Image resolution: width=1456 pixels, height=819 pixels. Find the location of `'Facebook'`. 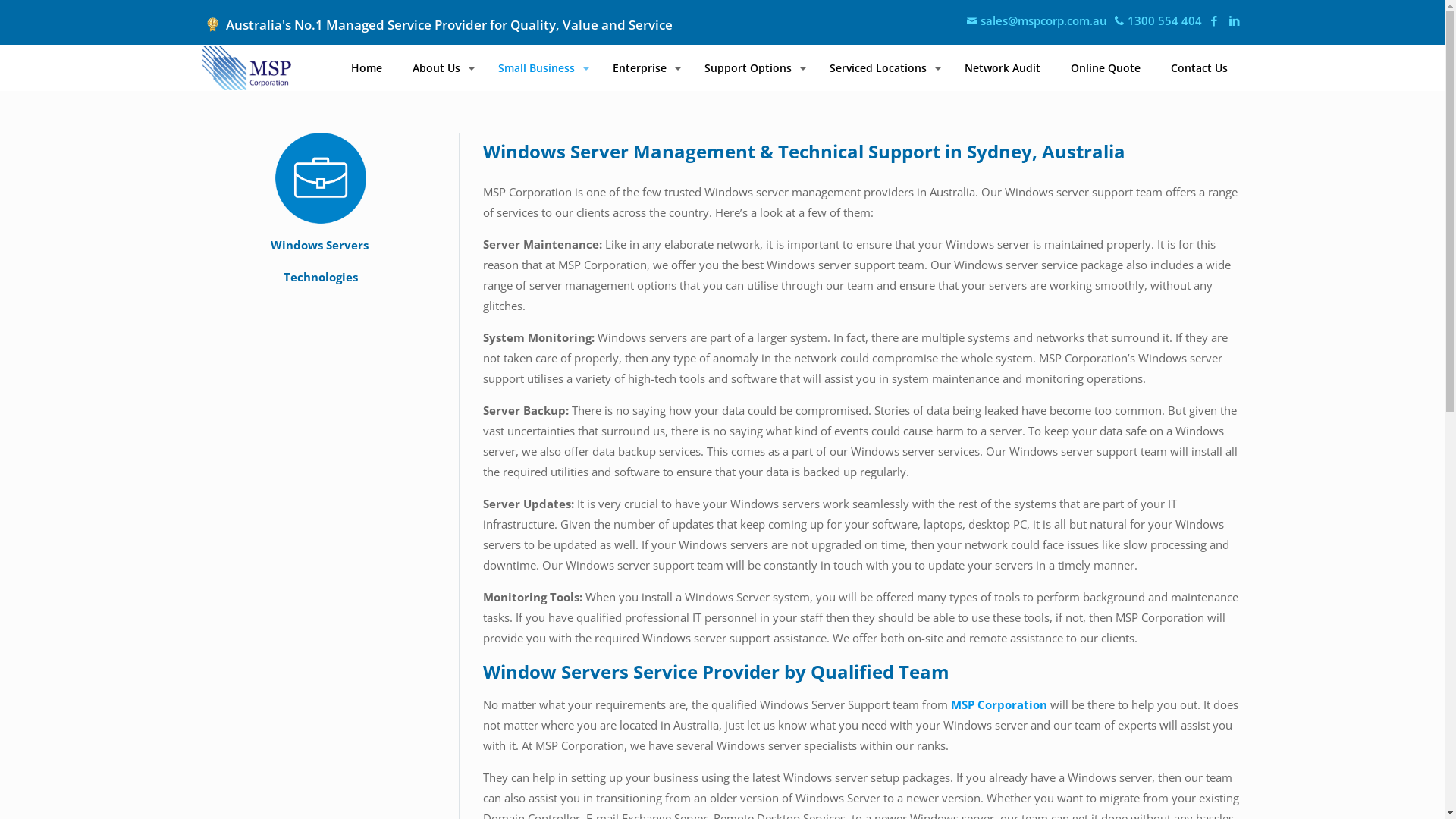

'Facebook' is located at coordinates (1235, 20).